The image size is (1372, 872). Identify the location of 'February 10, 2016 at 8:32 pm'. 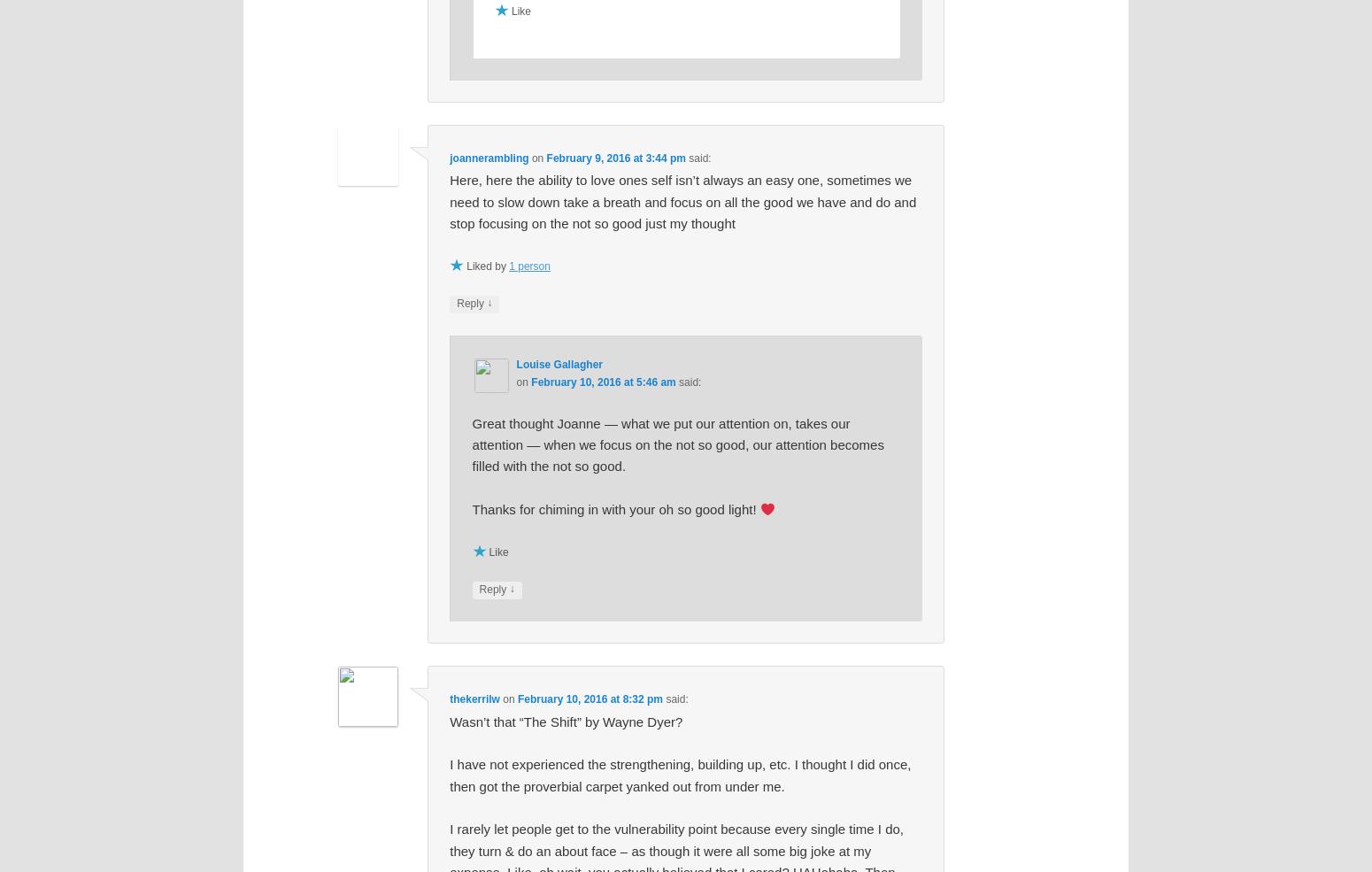
(517, 698).